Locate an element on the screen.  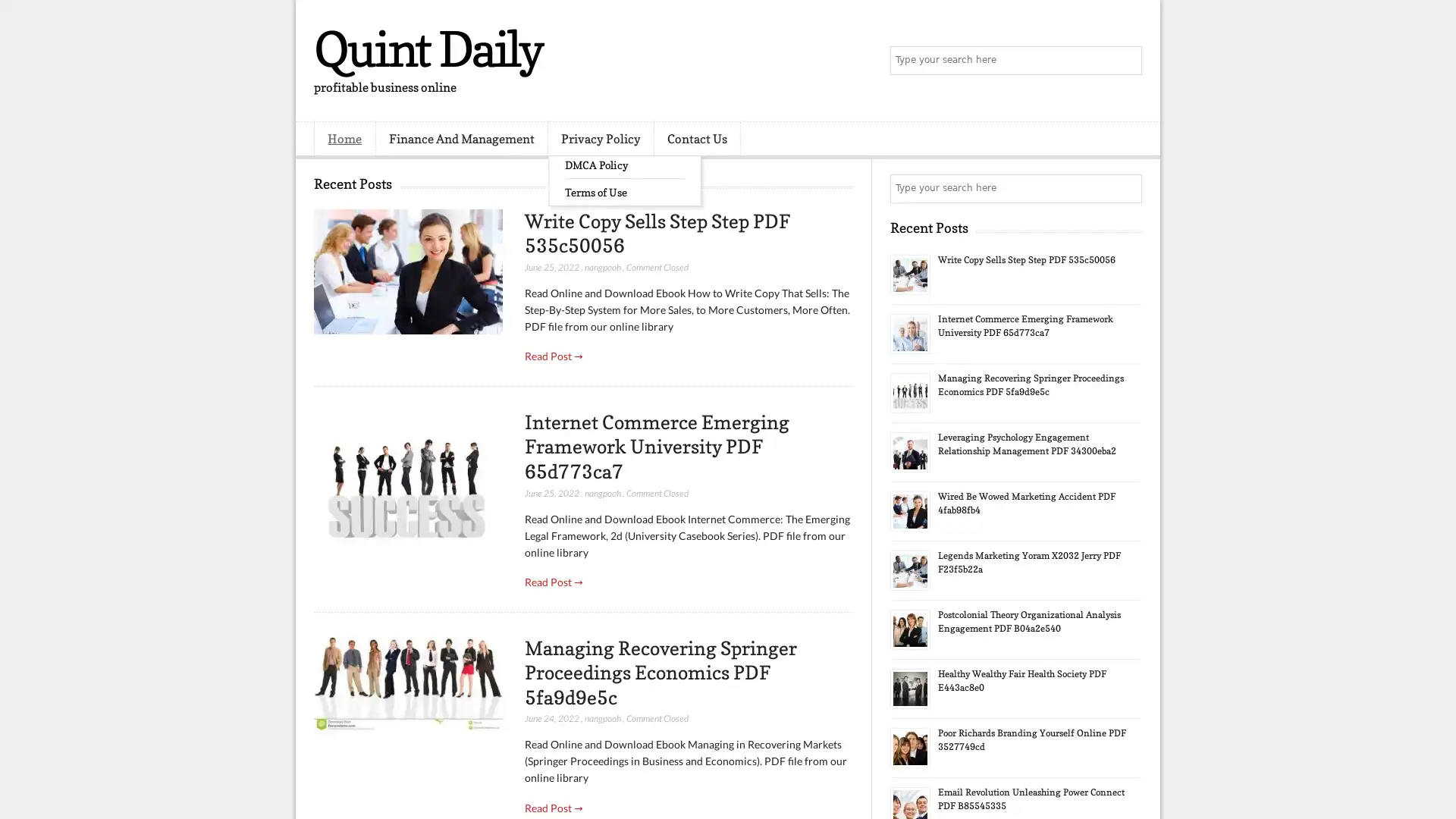
Search is located at coordinates (1126, 188).